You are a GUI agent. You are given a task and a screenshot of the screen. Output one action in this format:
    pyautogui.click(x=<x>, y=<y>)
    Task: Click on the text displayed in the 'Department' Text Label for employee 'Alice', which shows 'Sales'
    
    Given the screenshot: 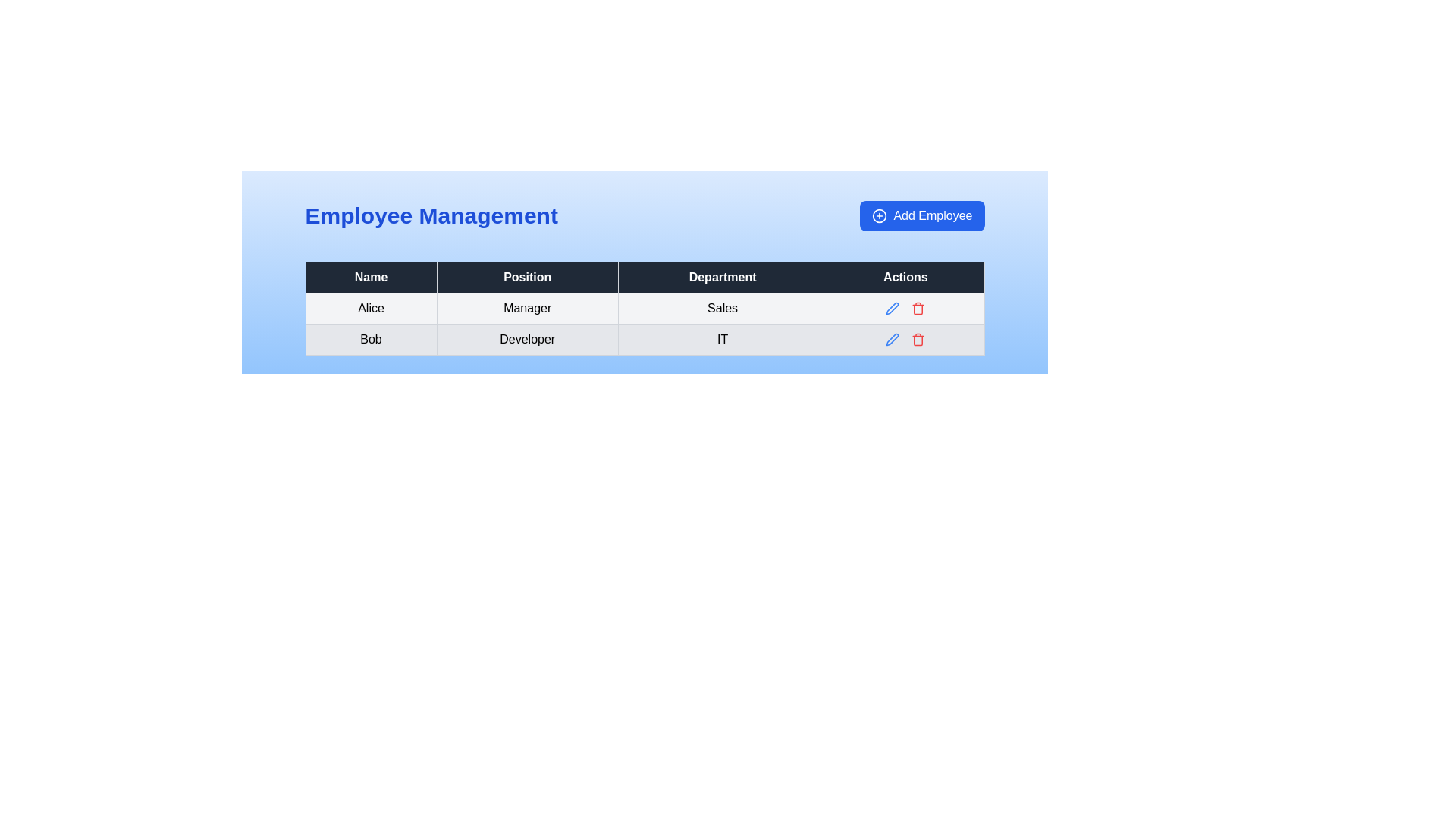 What is the action you would take?
    pyautogui.click(x=722, y=308)
    